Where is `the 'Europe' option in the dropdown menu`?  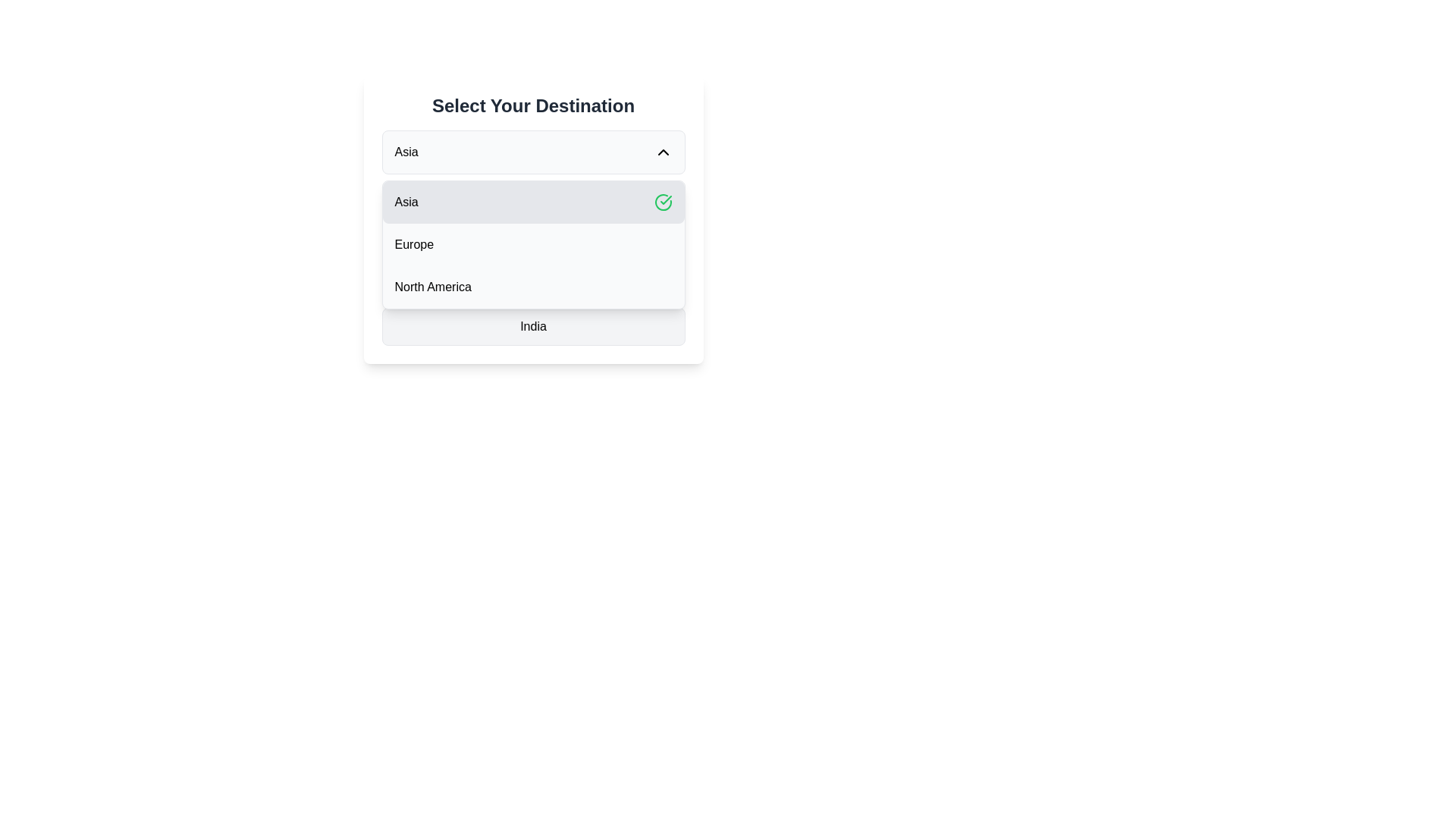 the 'Europe' option in the dropdown menu is located at coordinates (414, 244).